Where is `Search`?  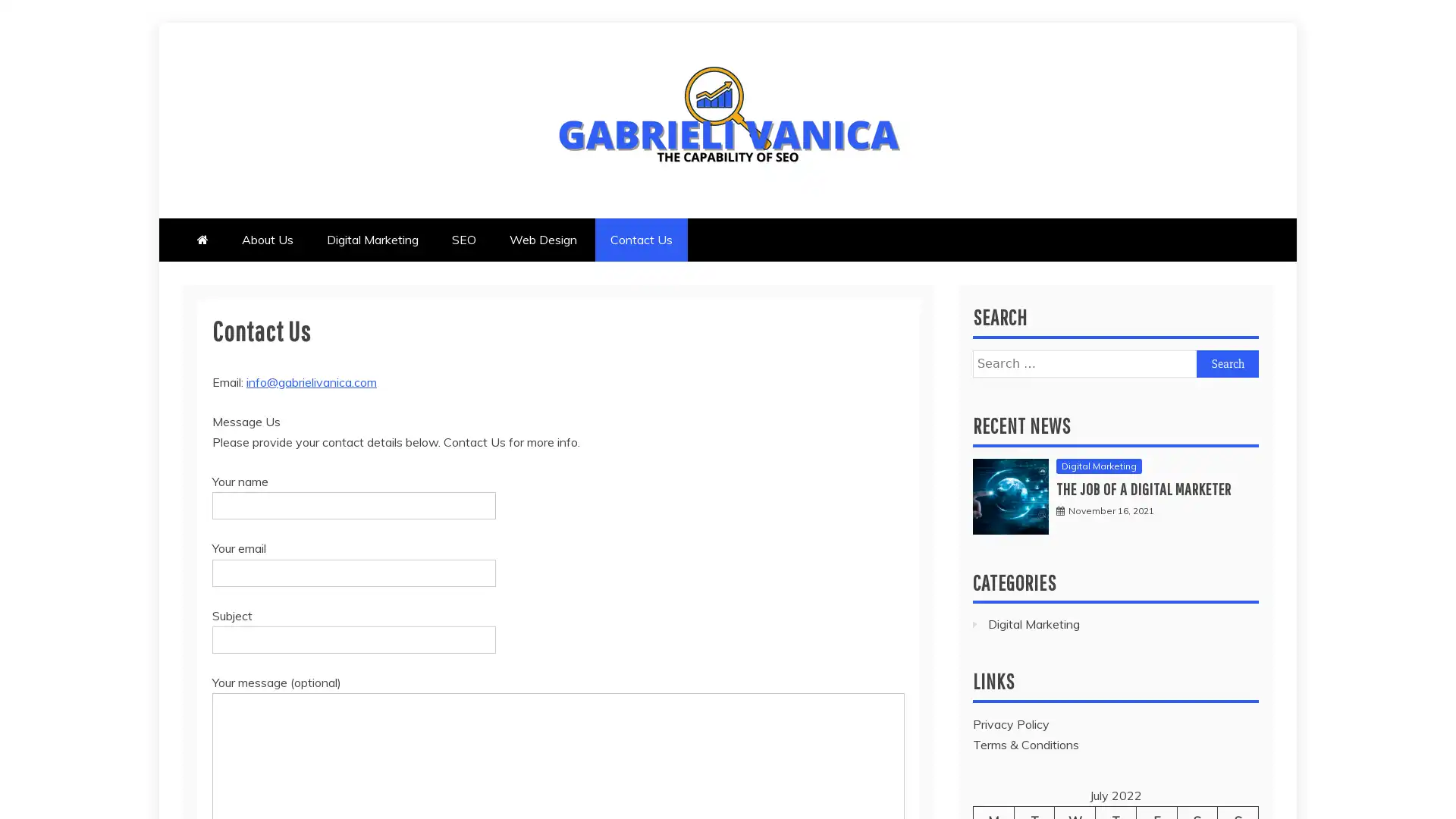
Search is located at coordinates (1227, 362).